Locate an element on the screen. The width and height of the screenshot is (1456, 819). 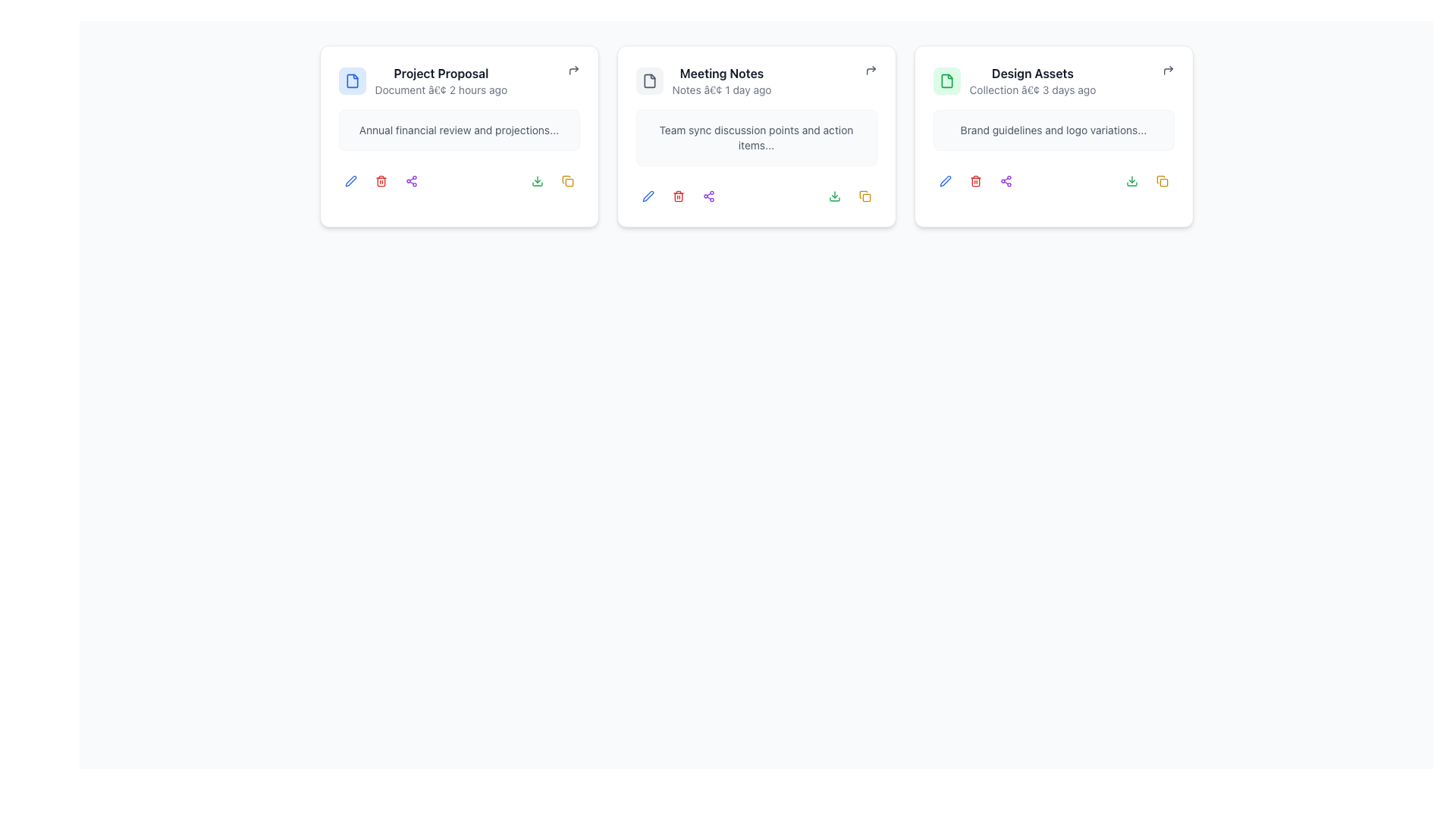
the pen icon located in the top right corner of the 'Project Proposal' card to initiate an edit action is located at coordinates (350, 180).